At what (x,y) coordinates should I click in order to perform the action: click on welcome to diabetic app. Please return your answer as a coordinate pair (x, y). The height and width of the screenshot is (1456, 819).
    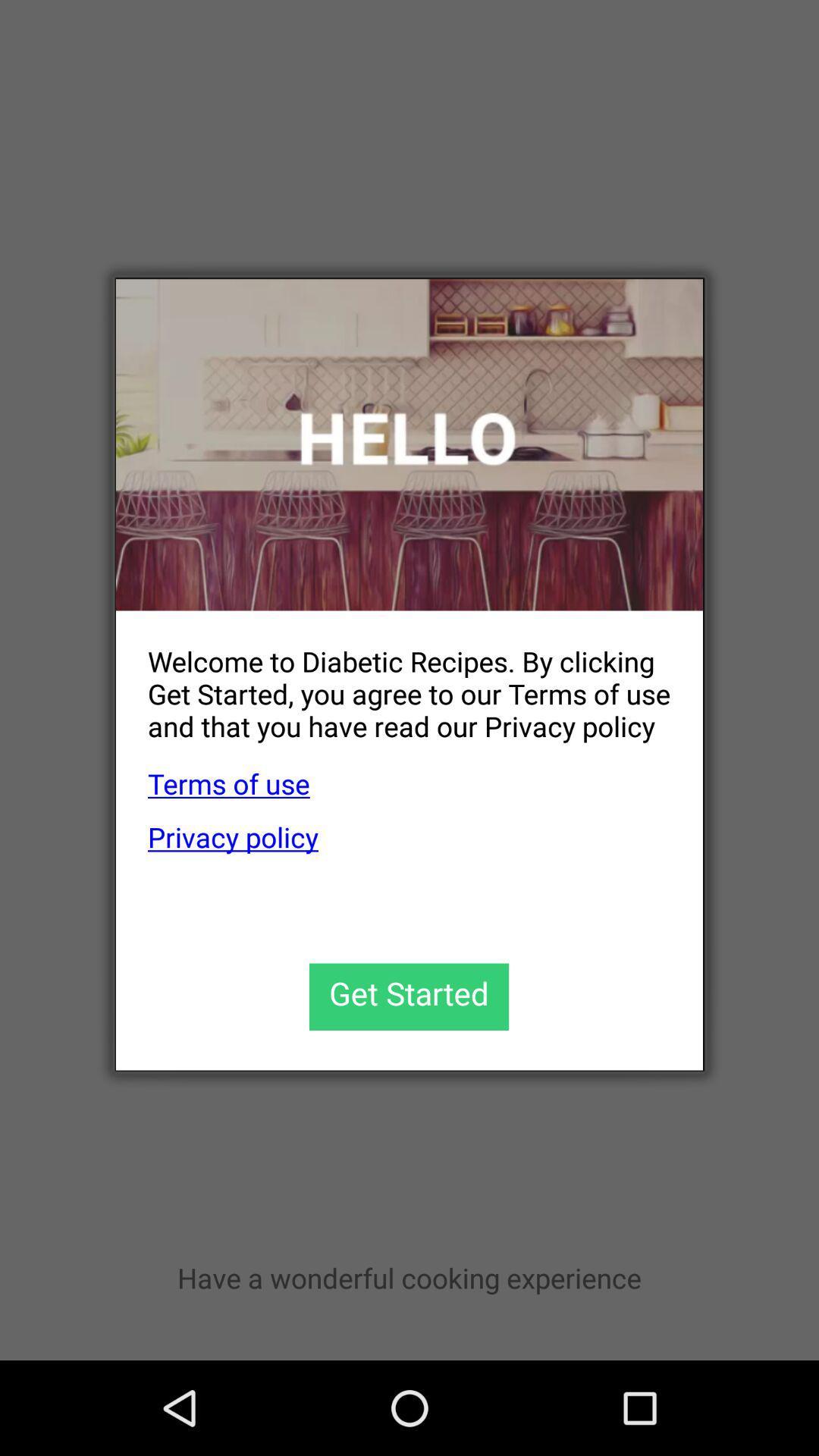
    Looking at the image, I should click on (393, 681).